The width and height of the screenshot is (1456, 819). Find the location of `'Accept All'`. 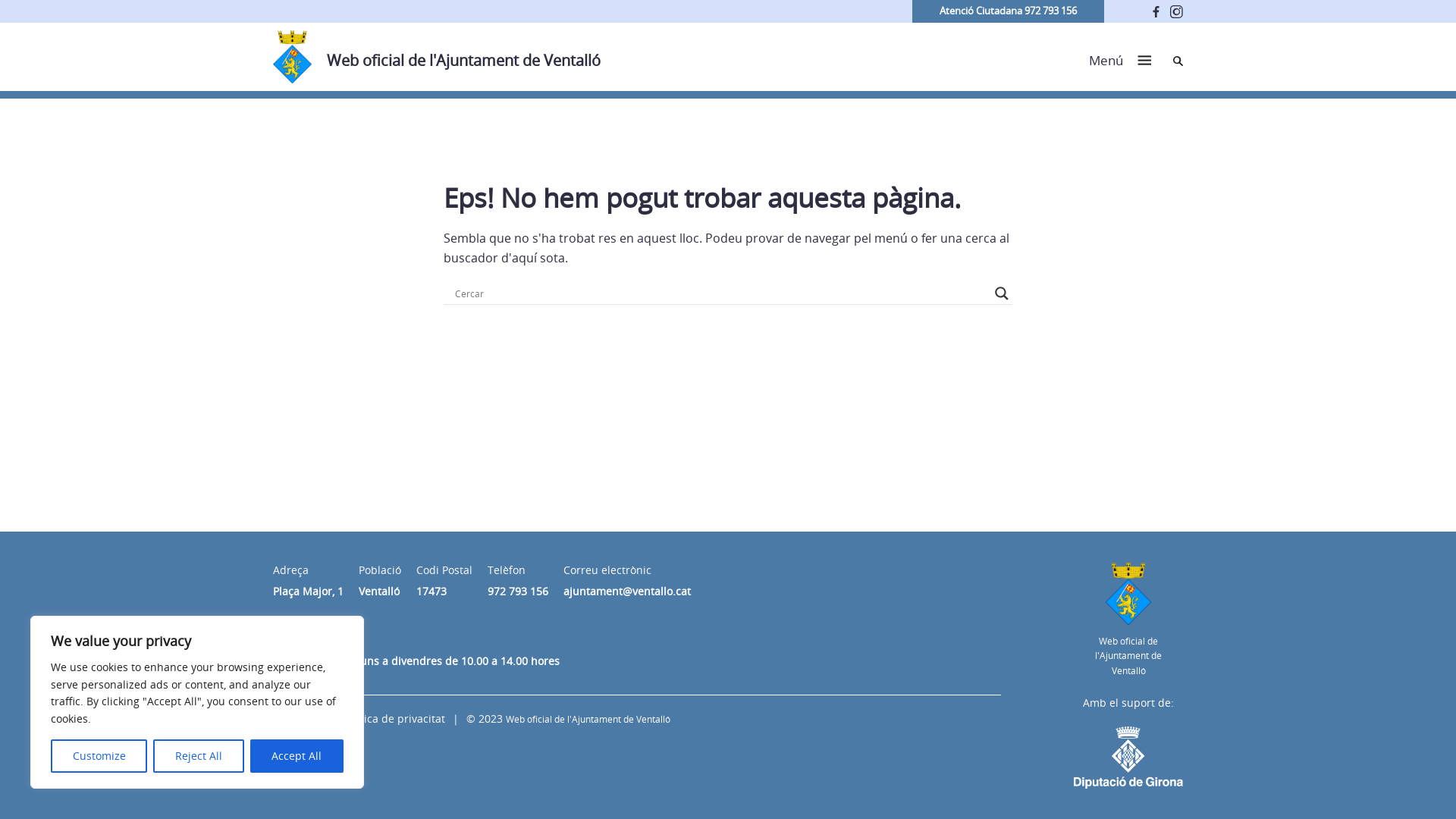

'Accept All' is located at coordinates (297, 755).